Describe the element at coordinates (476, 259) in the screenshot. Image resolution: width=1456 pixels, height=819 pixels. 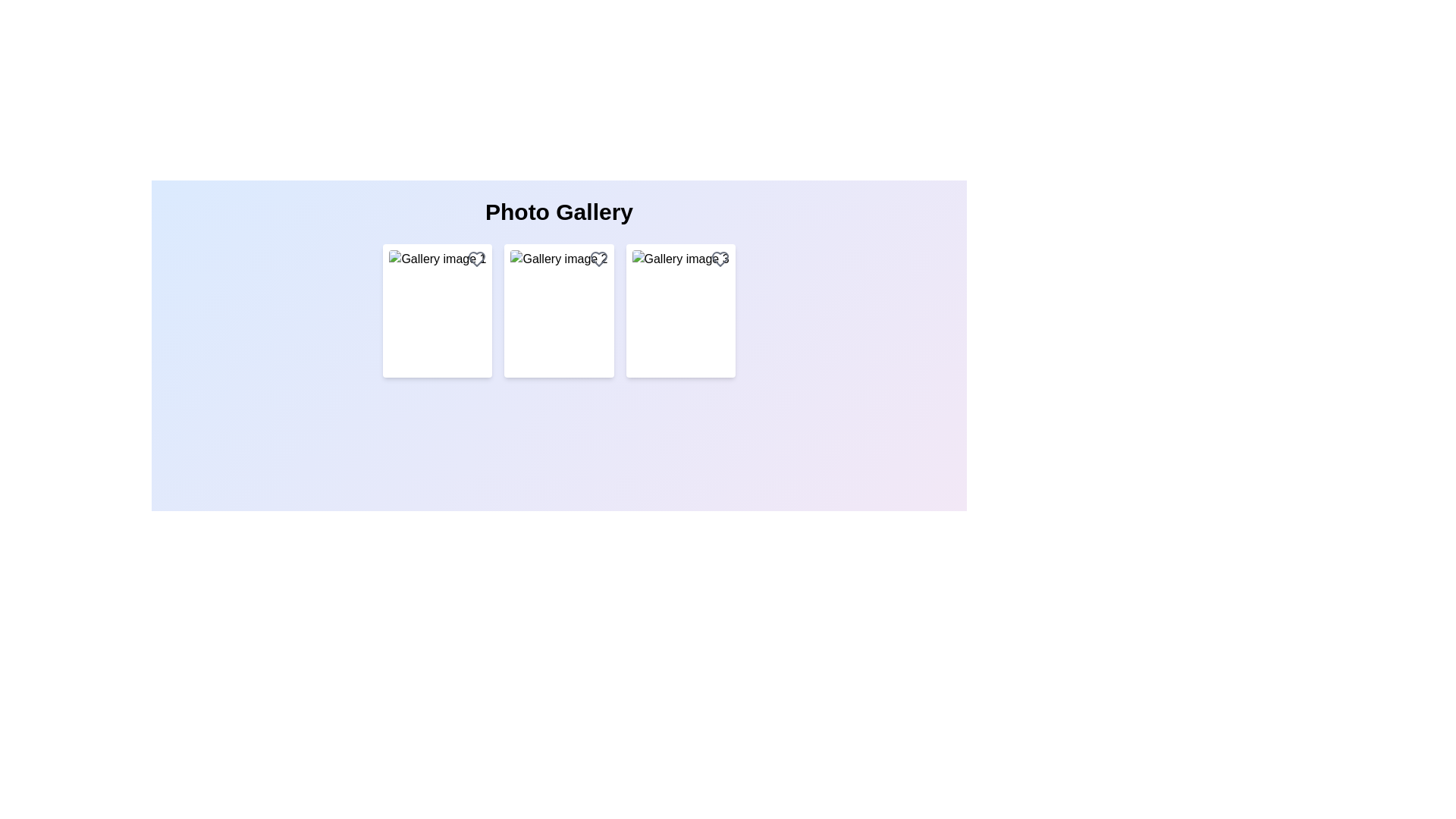
I see `the favorite icon located in the top-right corner of the first card labeled 'Gallery image 1' to mark the item as a favorite` at that location.